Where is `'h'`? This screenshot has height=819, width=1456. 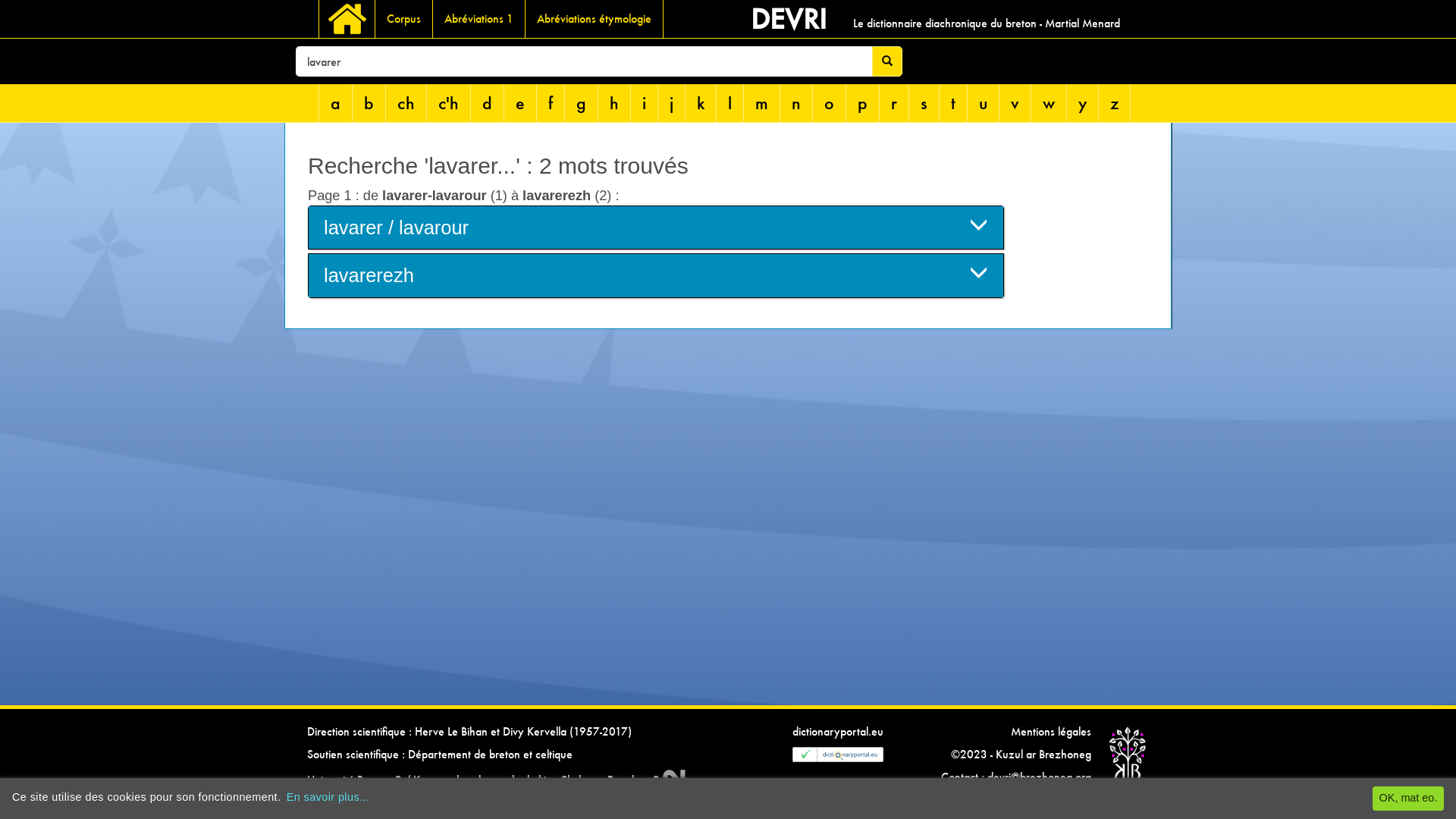 'h' is located at coordinates (597, 102).